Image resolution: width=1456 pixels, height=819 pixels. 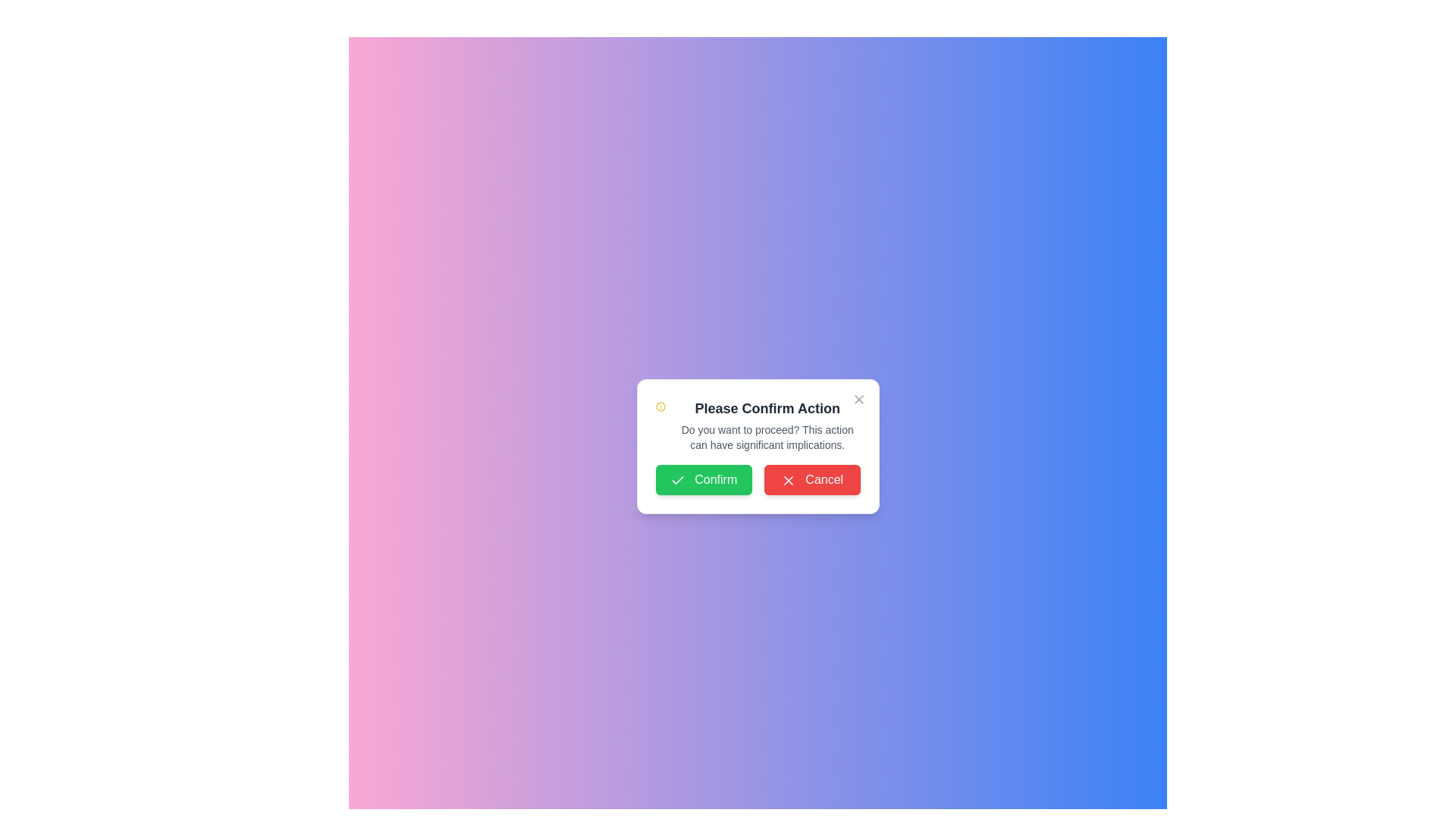 I want to click on the close icon (X) in the top-right corner of the modal dialog, so click(x=858, y=399).